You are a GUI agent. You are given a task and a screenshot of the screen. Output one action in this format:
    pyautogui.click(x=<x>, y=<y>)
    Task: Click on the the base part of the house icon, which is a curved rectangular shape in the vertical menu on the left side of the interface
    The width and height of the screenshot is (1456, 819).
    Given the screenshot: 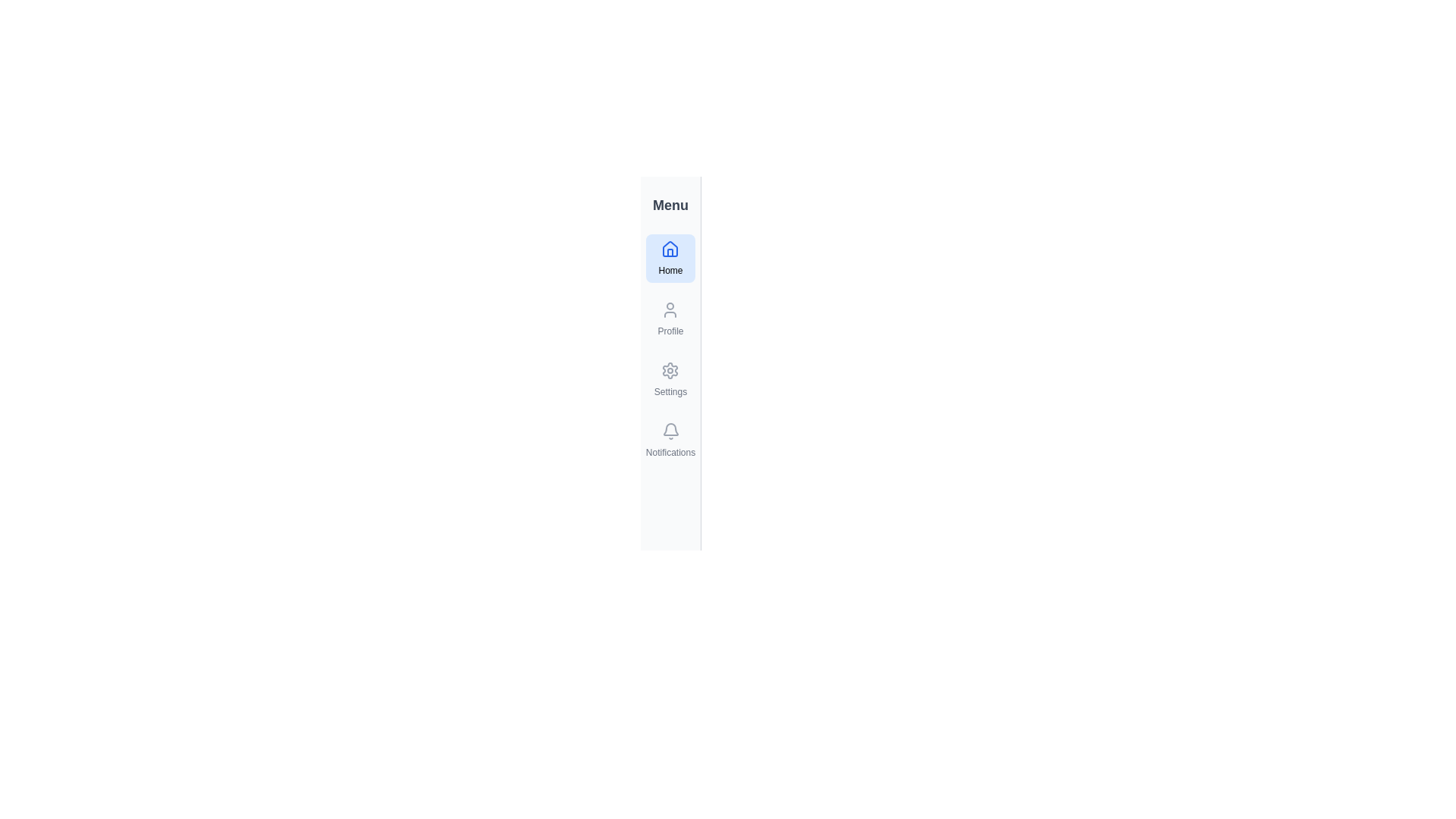 What is the action you would take?
    pyautogui.click(x=670, y=252)
    